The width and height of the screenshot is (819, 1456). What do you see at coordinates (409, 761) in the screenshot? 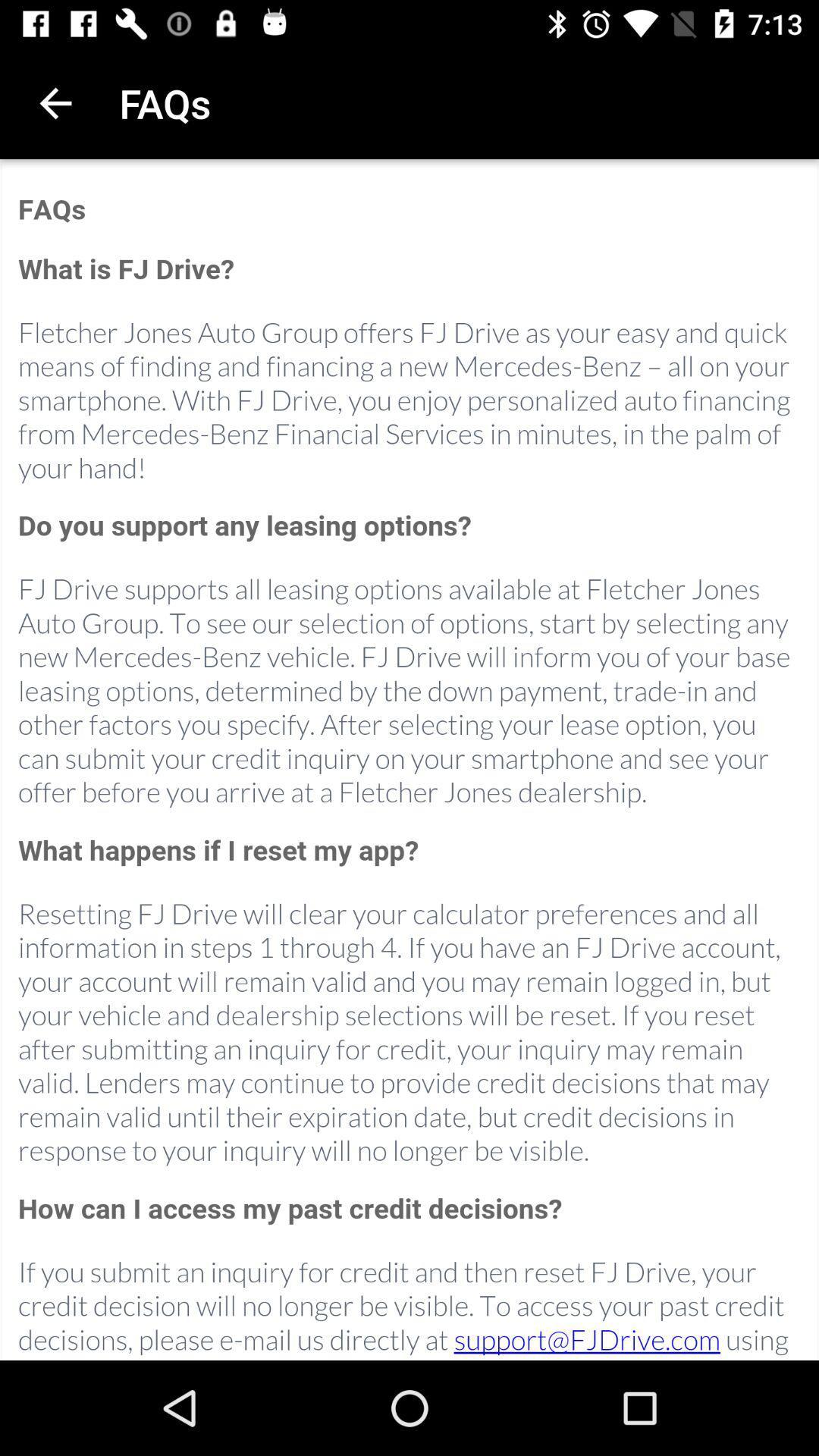
I see `browse the faqs` at bounding box center [409, 761].